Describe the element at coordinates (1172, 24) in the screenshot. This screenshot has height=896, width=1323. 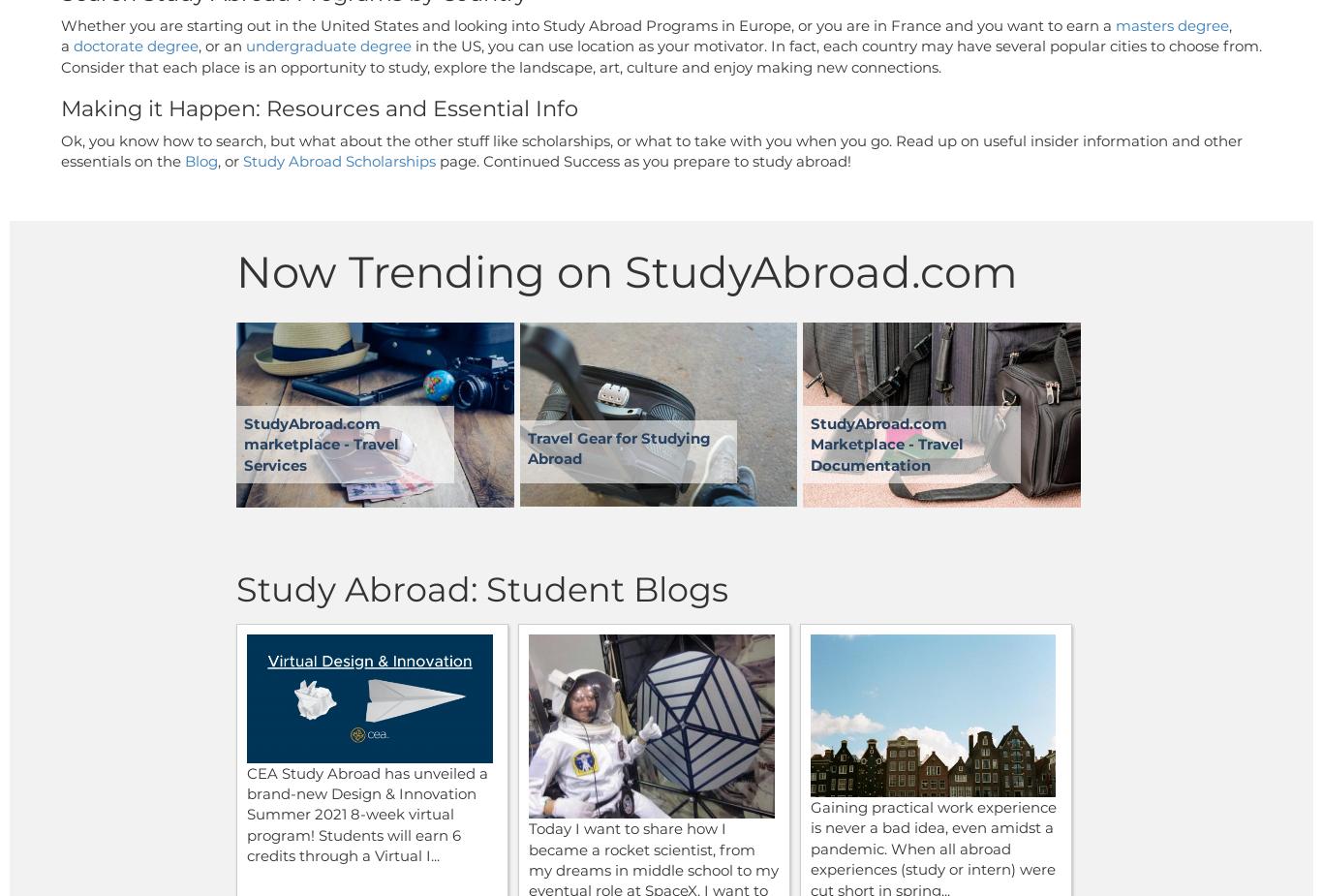
I see `'masters degree'` at that location.